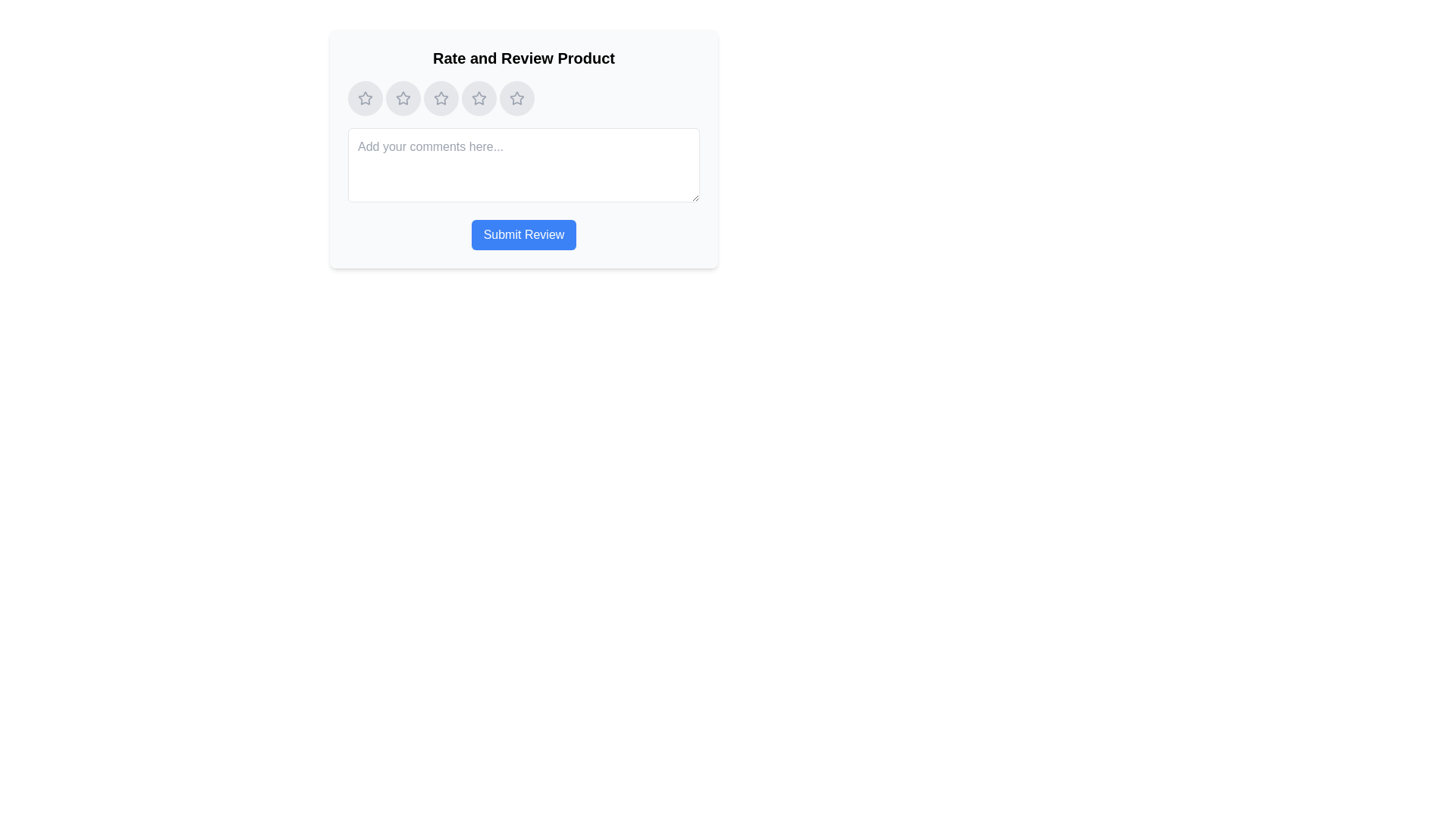 The width and height of the screenshot is (1456, 819). Describe the element at coordinates (524, 99) in the screenshot. I see `the fifth star-rating button to set the rating to five stars, highlighting this star and all previous ones` at that location.